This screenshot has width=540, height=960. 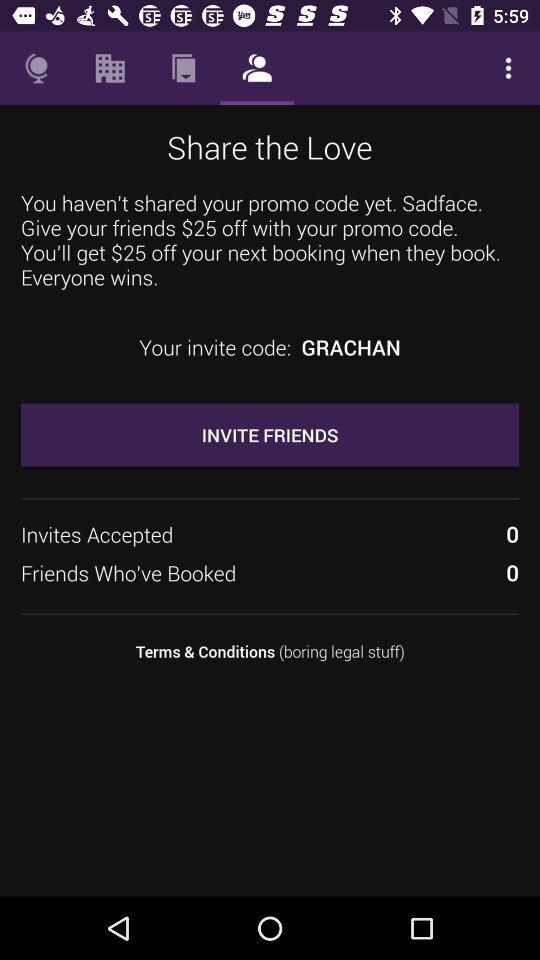 What do you see at coordinates (183, 68) in the screenshot?
I see `the icon above the share the love item` at bounding box center [183, 68].